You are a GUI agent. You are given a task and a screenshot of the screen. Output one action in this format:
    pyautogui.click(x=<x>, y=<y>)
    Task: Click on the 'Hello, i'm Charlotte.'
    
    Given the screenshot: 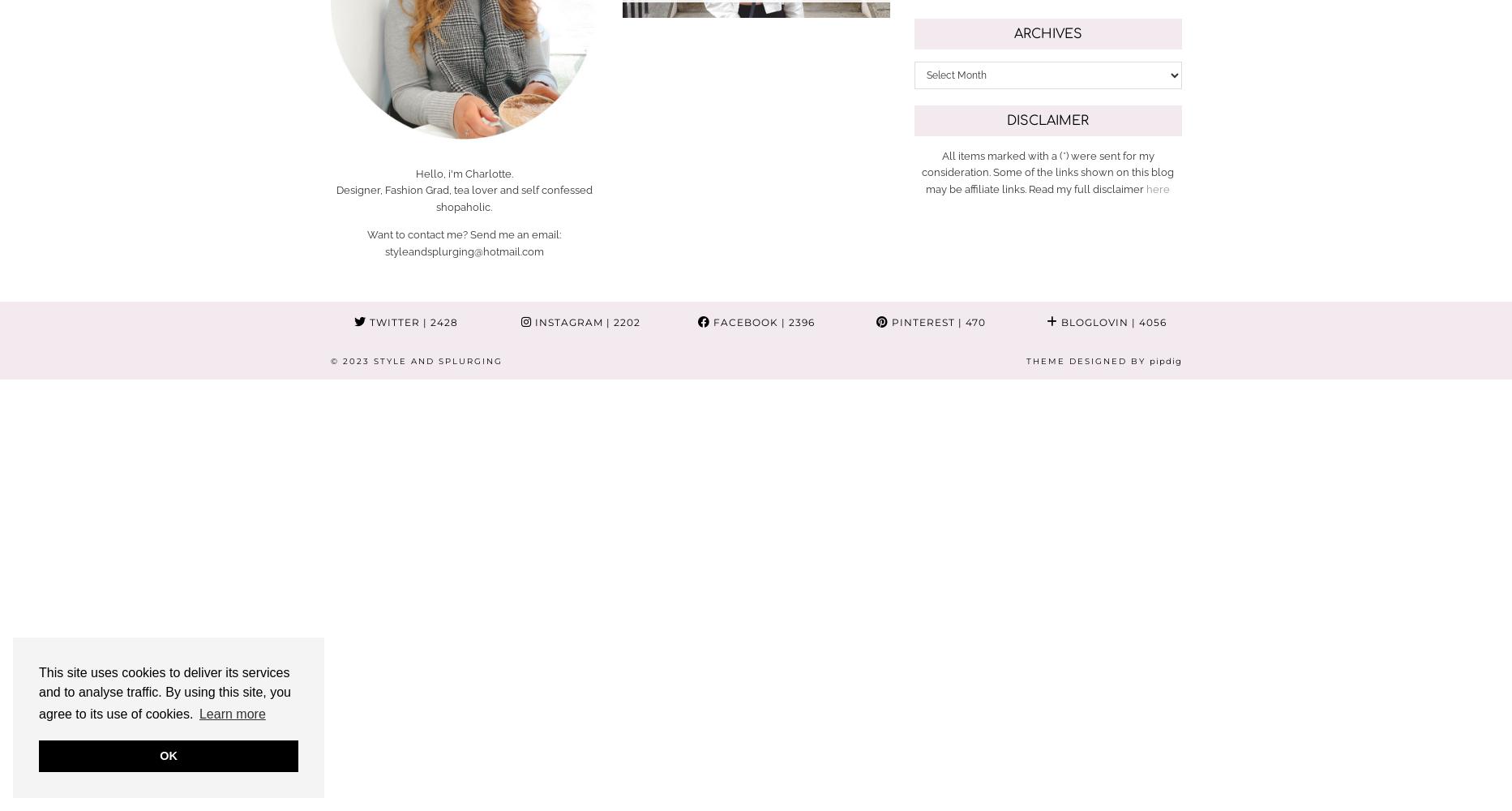 What is the action you would take?
    pyautogui.click(x=463, y=172)
    